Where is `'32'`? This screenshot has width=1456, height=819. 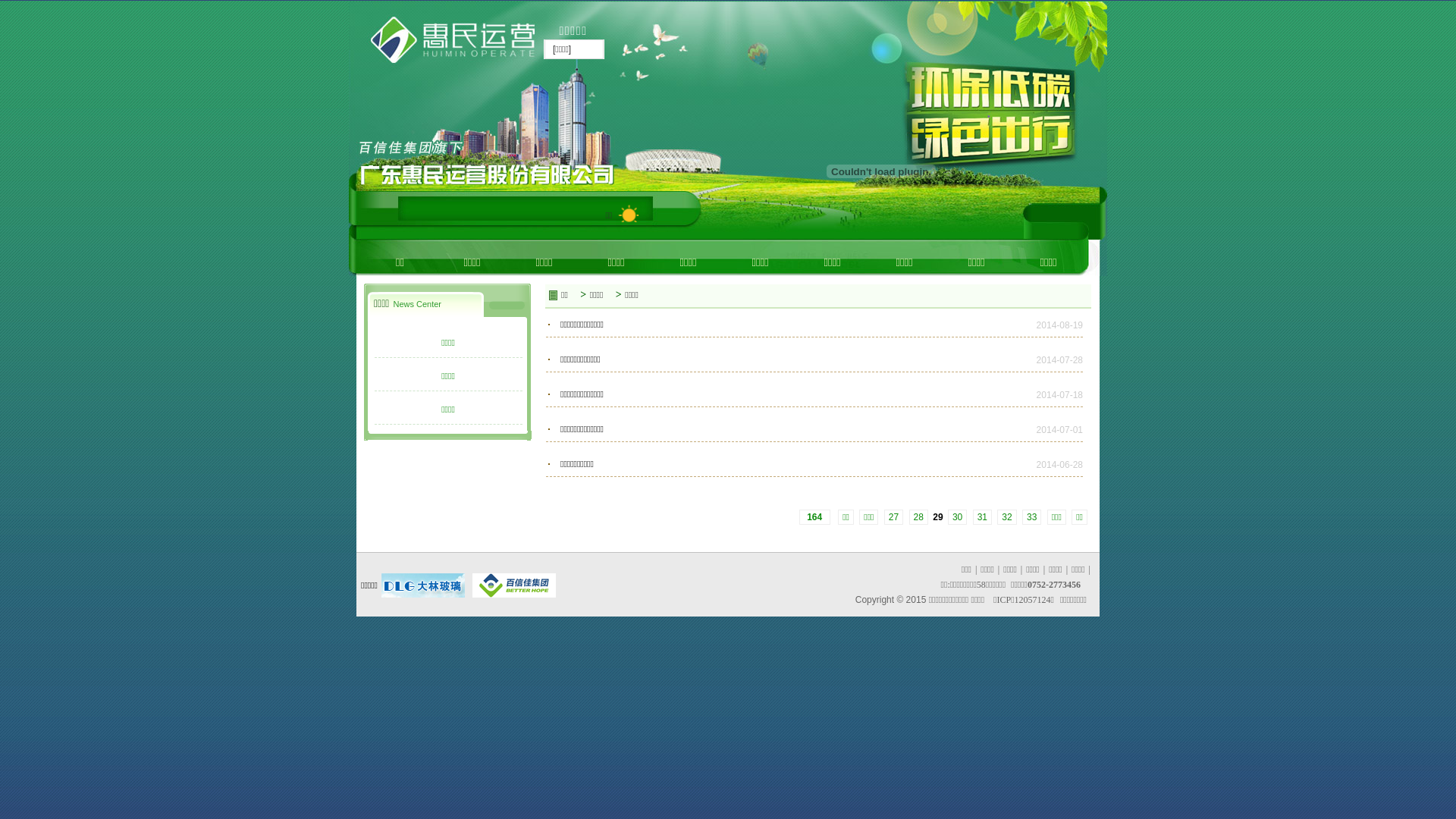 '32' is located at coordinates (1006, 516).